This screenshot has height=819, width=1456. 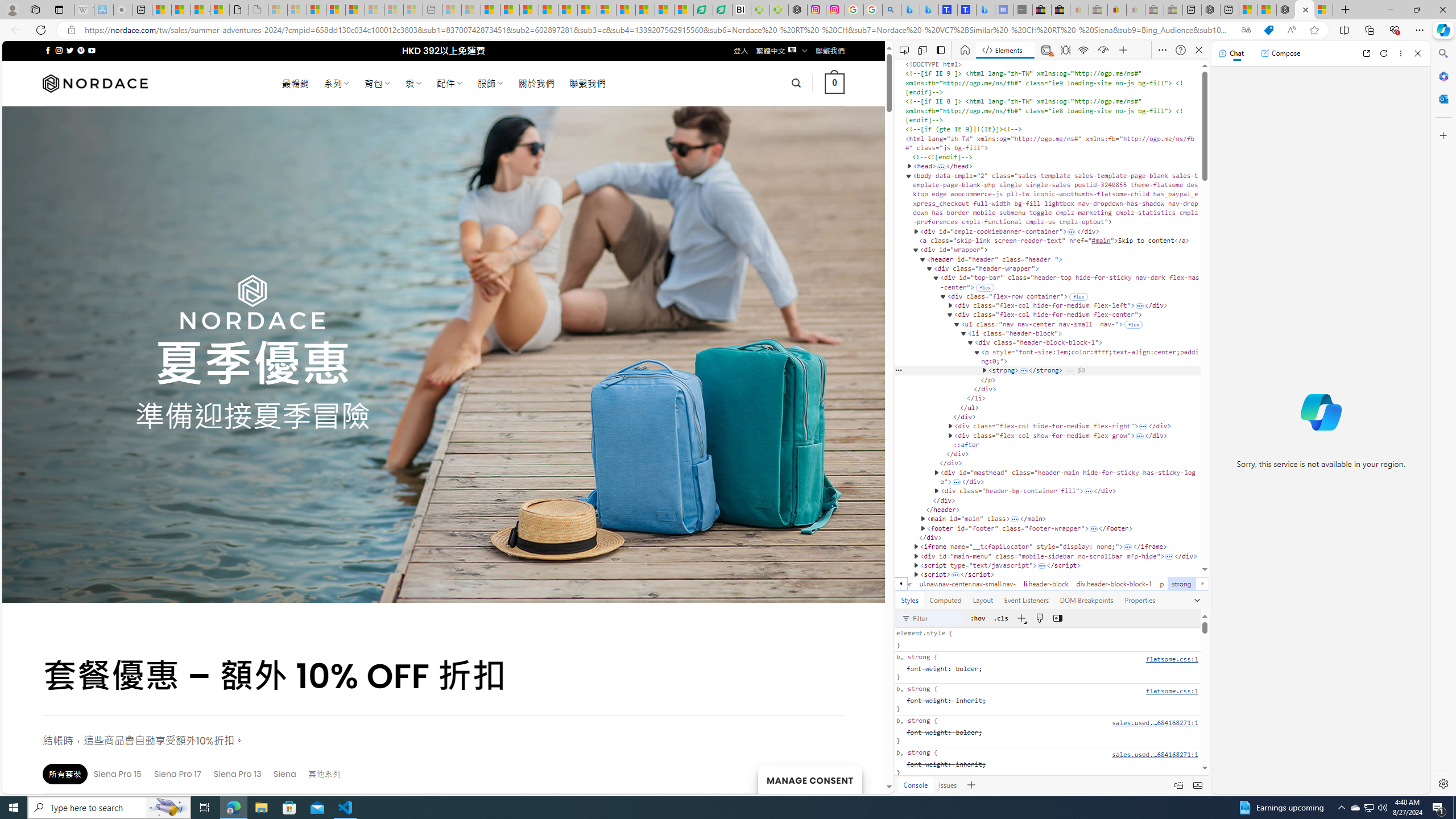 What do you see at coordinates (1304, 9) in the screenshot?
I see `'Nordace - Summer Adventures 2024'` at bounding box center [1304, 9].